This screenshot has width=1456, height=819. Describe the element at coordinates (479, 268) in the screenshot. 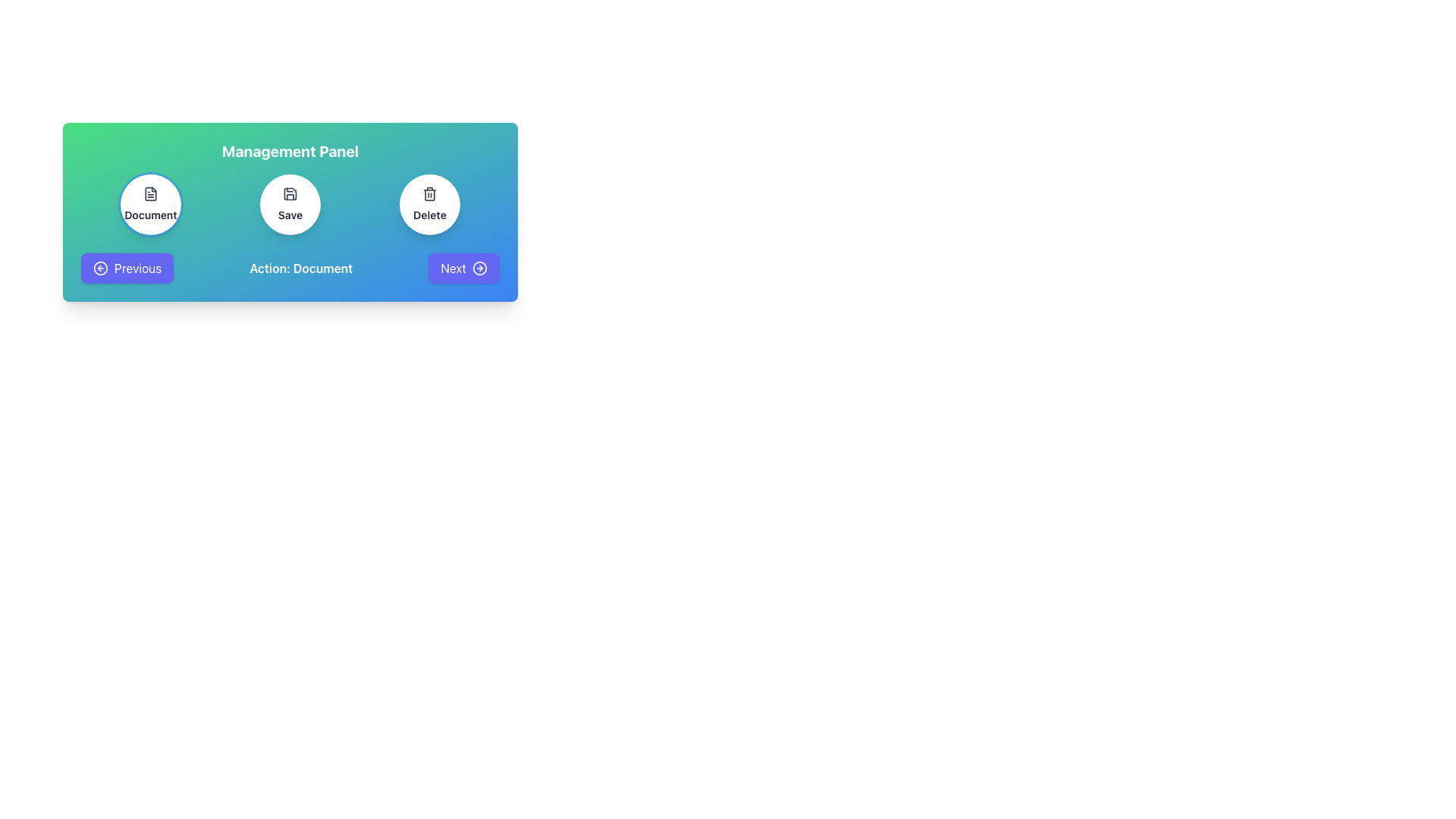

I see `the decorative SVG Circle that visually supports the 'Next' button at the bottom-right of the main panel` at that location.